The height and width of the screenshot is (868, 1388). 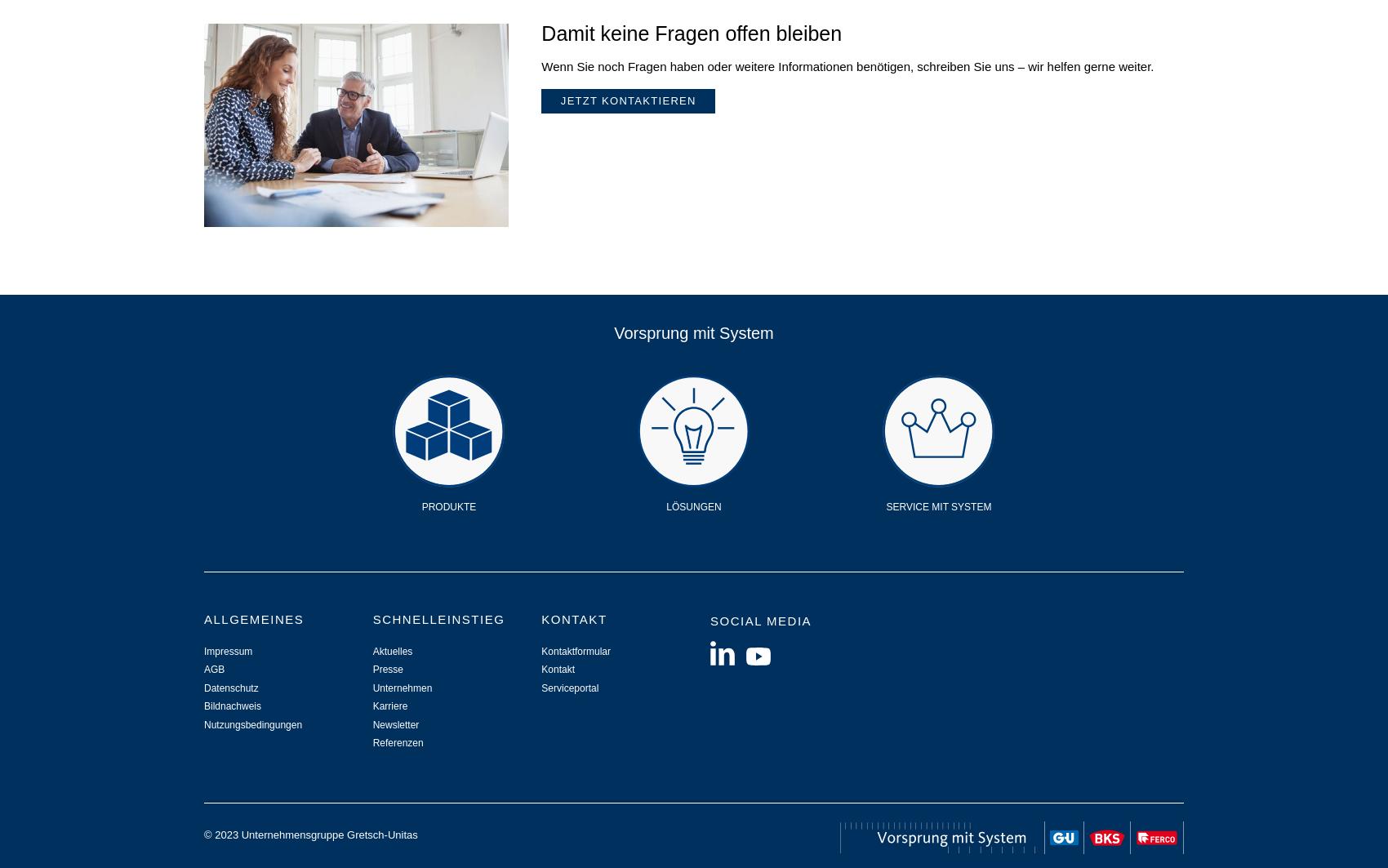 What do you see at coordinates (214, 668) in the screenshot?
I see `'AGB'` at bounding box center [214, 668].